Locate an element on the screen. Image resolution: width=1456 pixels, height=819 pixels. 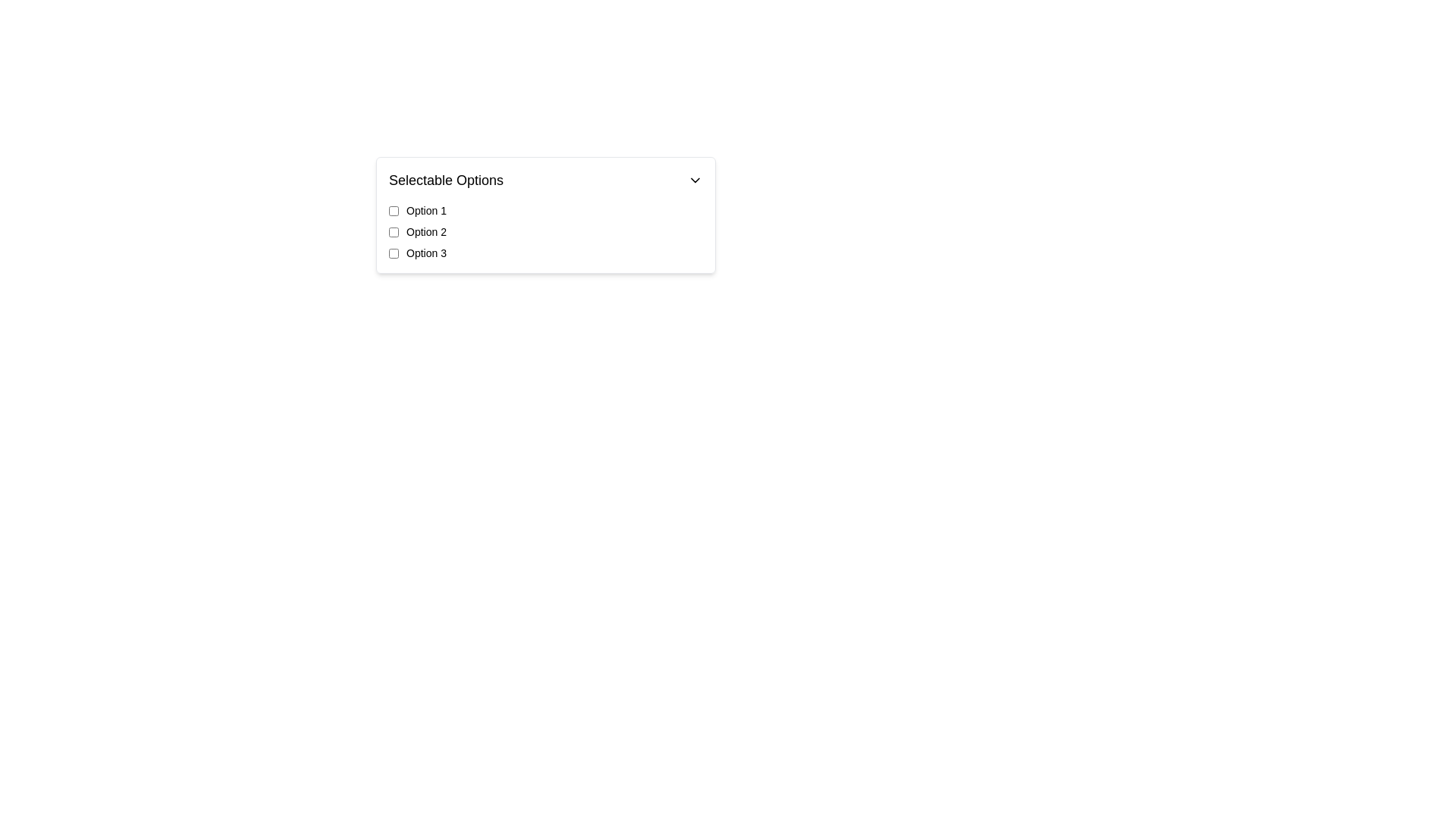
the selectable options list containing checkboxes is located at coordinates (657, 275).